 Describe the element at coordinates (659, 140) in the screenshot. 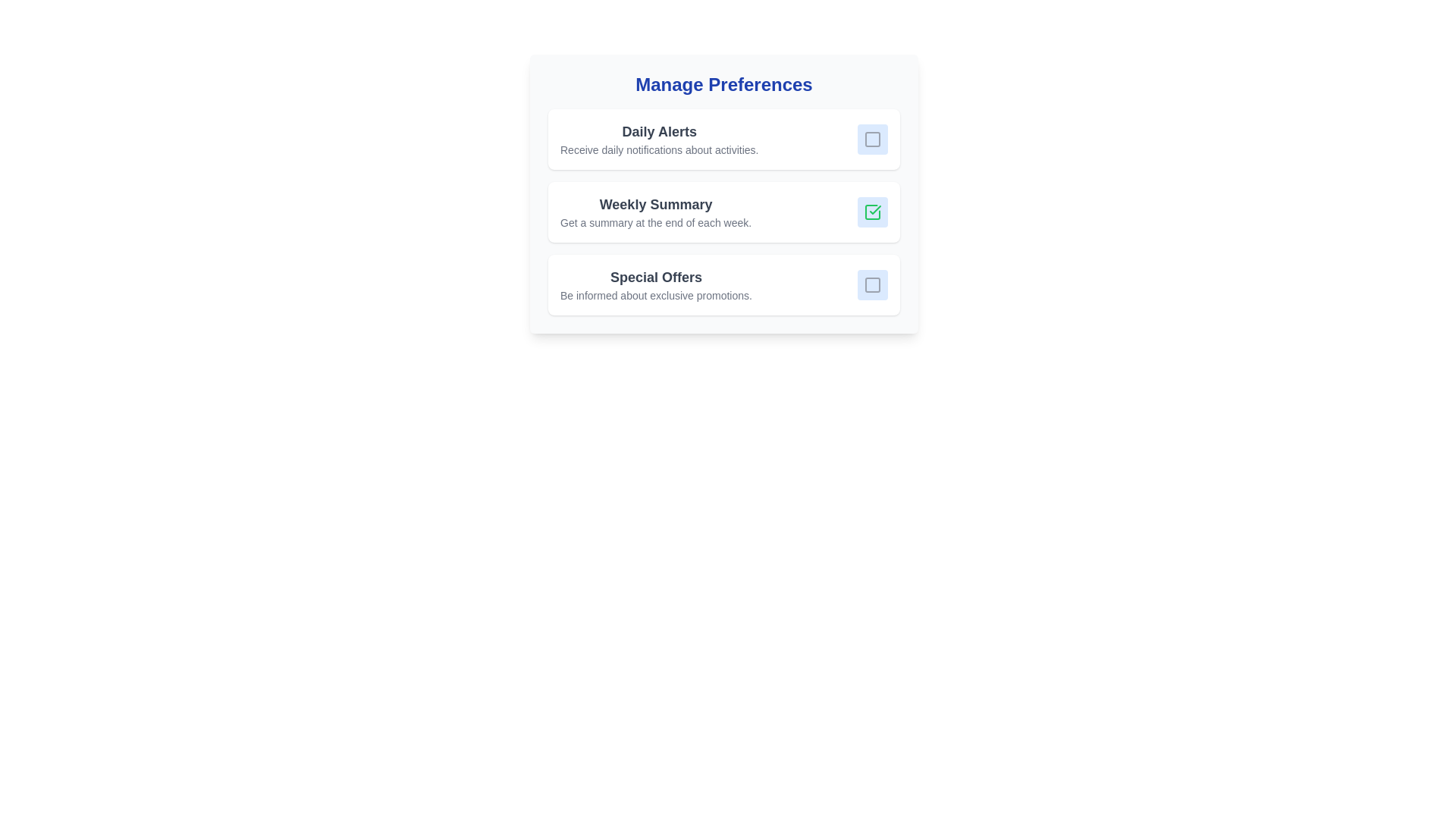

I see `the 'Daily Alerts' text block, which describes the option's functionality within the list of preferences, located at the top of the 'Manage Preferences' card layout` at that location.